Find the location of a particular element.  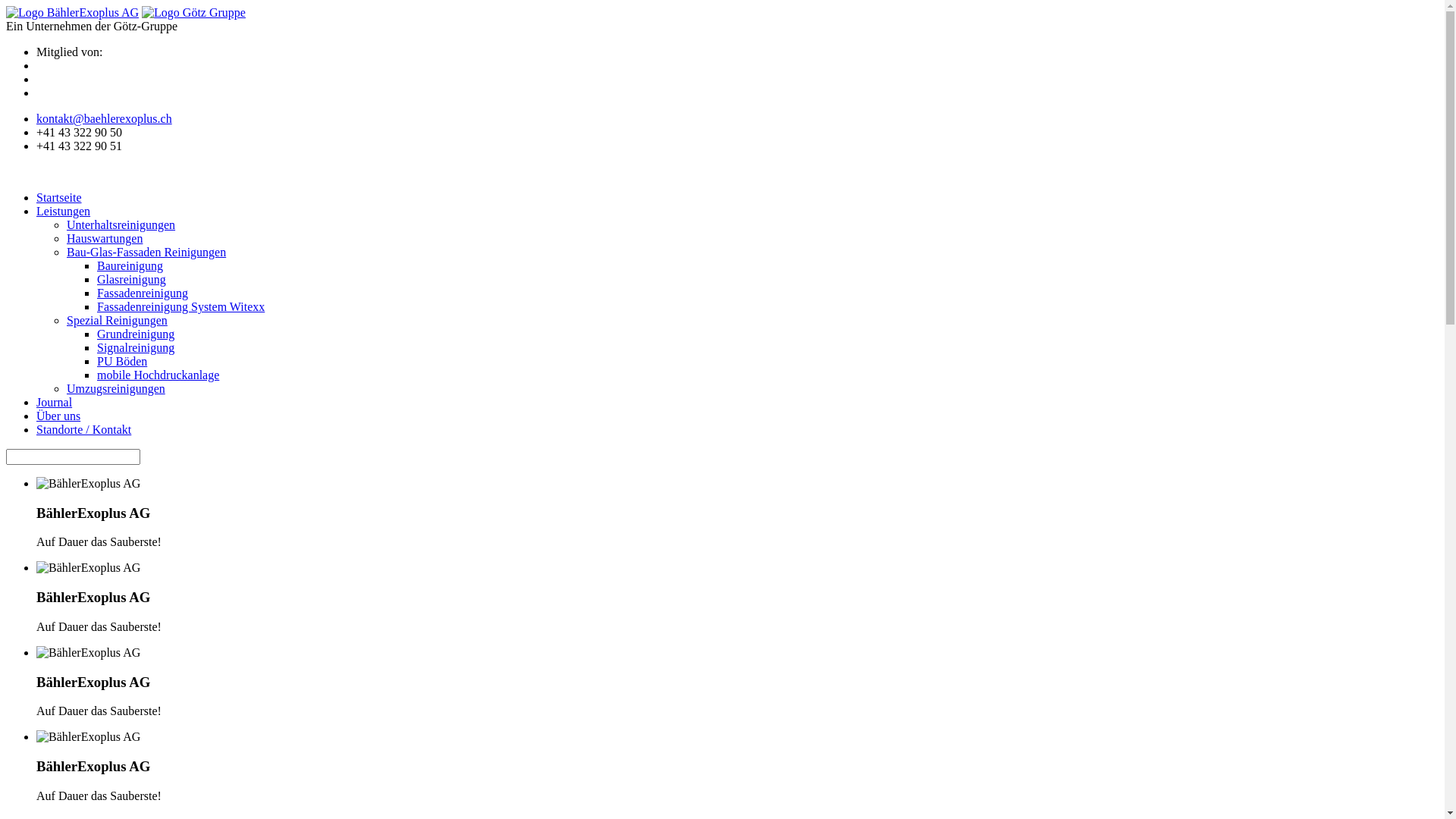

'Glasreinigung' is located at coordinates (96, 279).